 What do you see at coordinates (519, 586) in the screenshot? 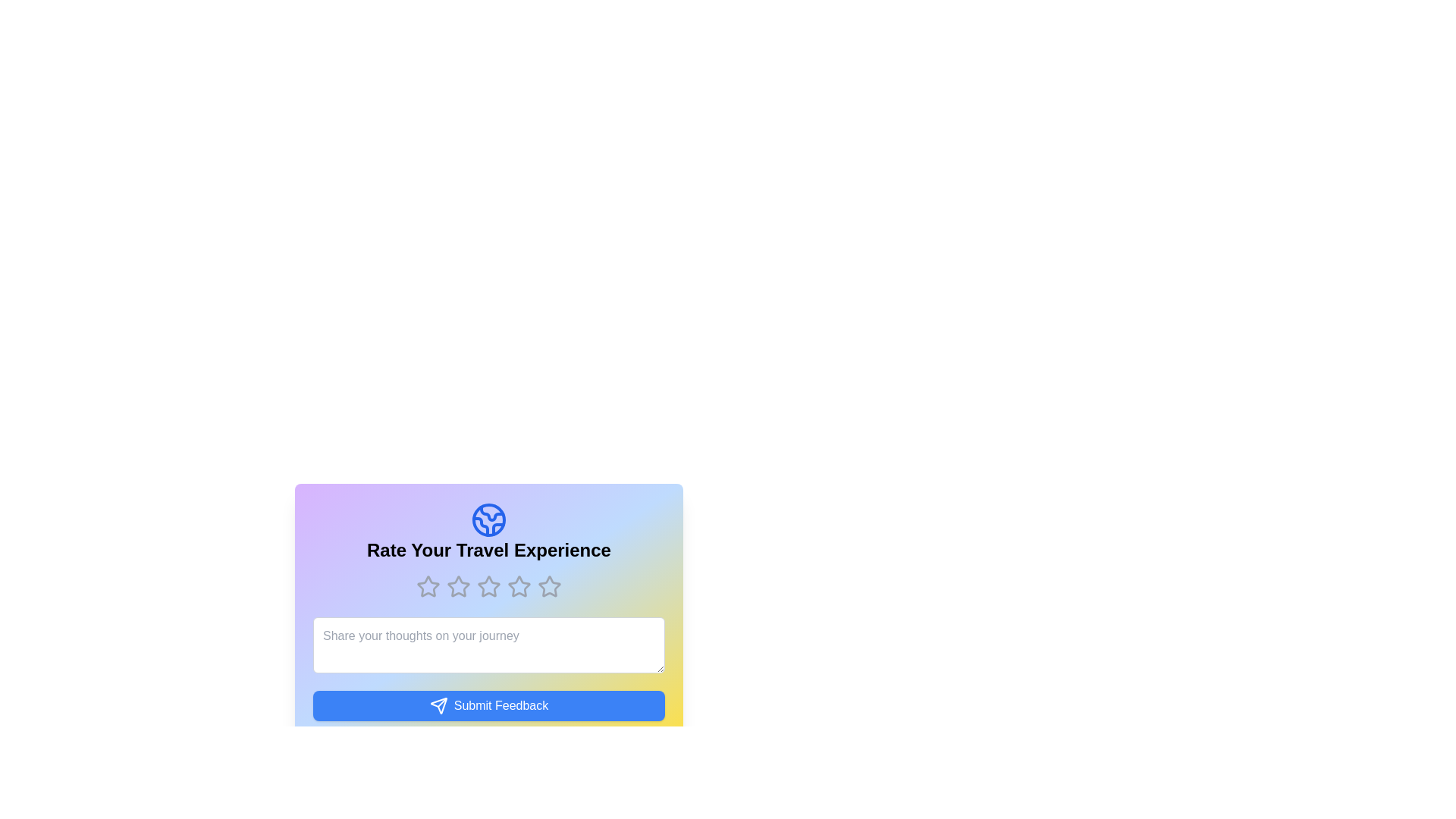
I see `the rating to 4 stars by clicking on the corresponding star` at bounding box center [519, 586].